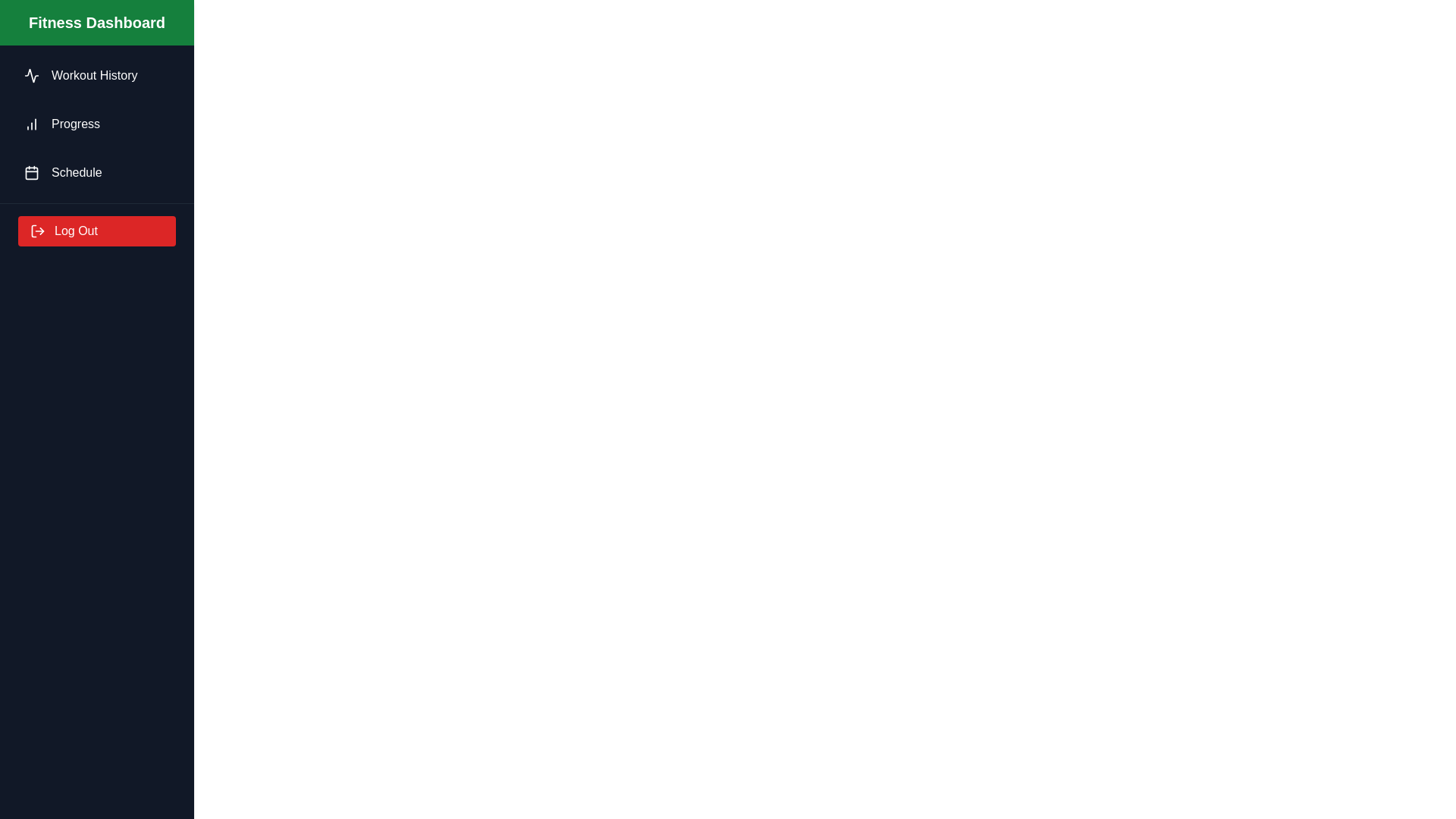 Image resolution: width=1456 pixels, height=819 pixels. What do you see at coordinates (93, 76) in the screenshot?
I see `the 'Workout History' text label in the vertical navigation panel, which is located immediately below the 'Fitness Dashboard' header` at bounding box center [93, 76].